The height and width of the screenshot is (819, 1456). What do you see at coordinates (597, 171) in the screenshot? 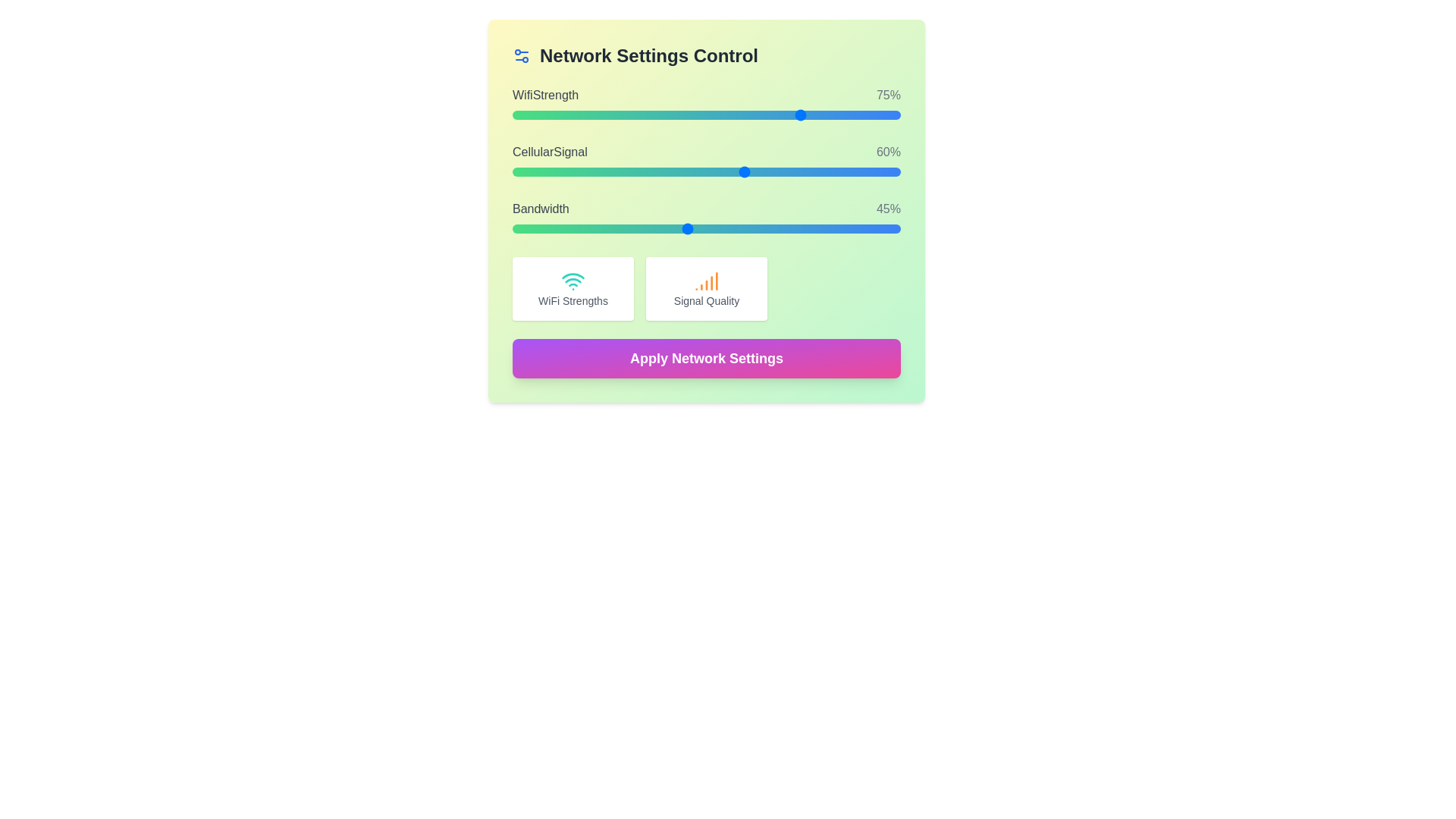
I see `the Cellular Signal slider` at bounding box center [597, 171].